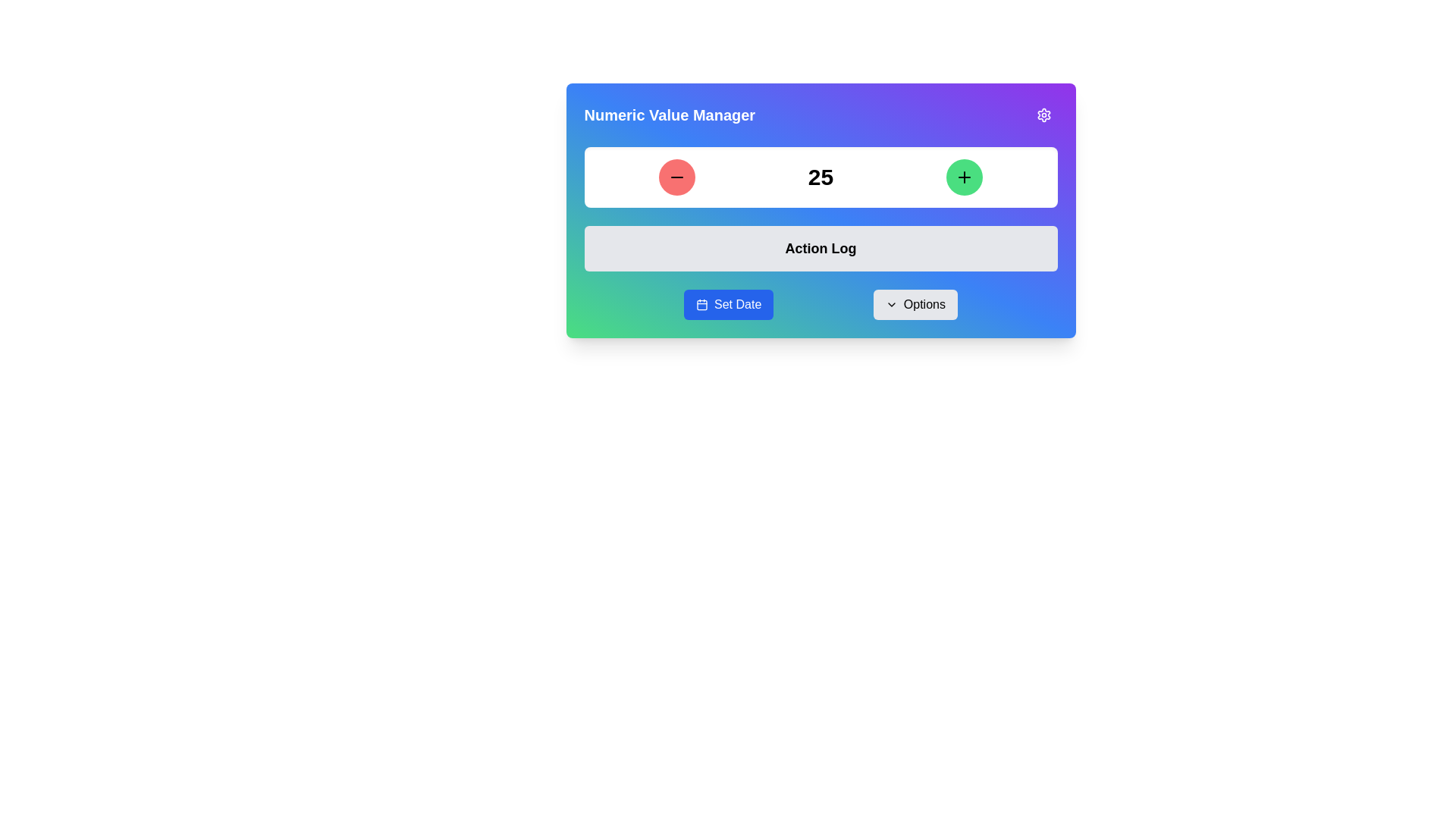  What do you see at coordinates (738, 304) in the screenshot?
I see `the 'Set Date' text UI component embedded within a blue rounded rectangular button located in the lower section of the interface` at bounding box center [738, 304].